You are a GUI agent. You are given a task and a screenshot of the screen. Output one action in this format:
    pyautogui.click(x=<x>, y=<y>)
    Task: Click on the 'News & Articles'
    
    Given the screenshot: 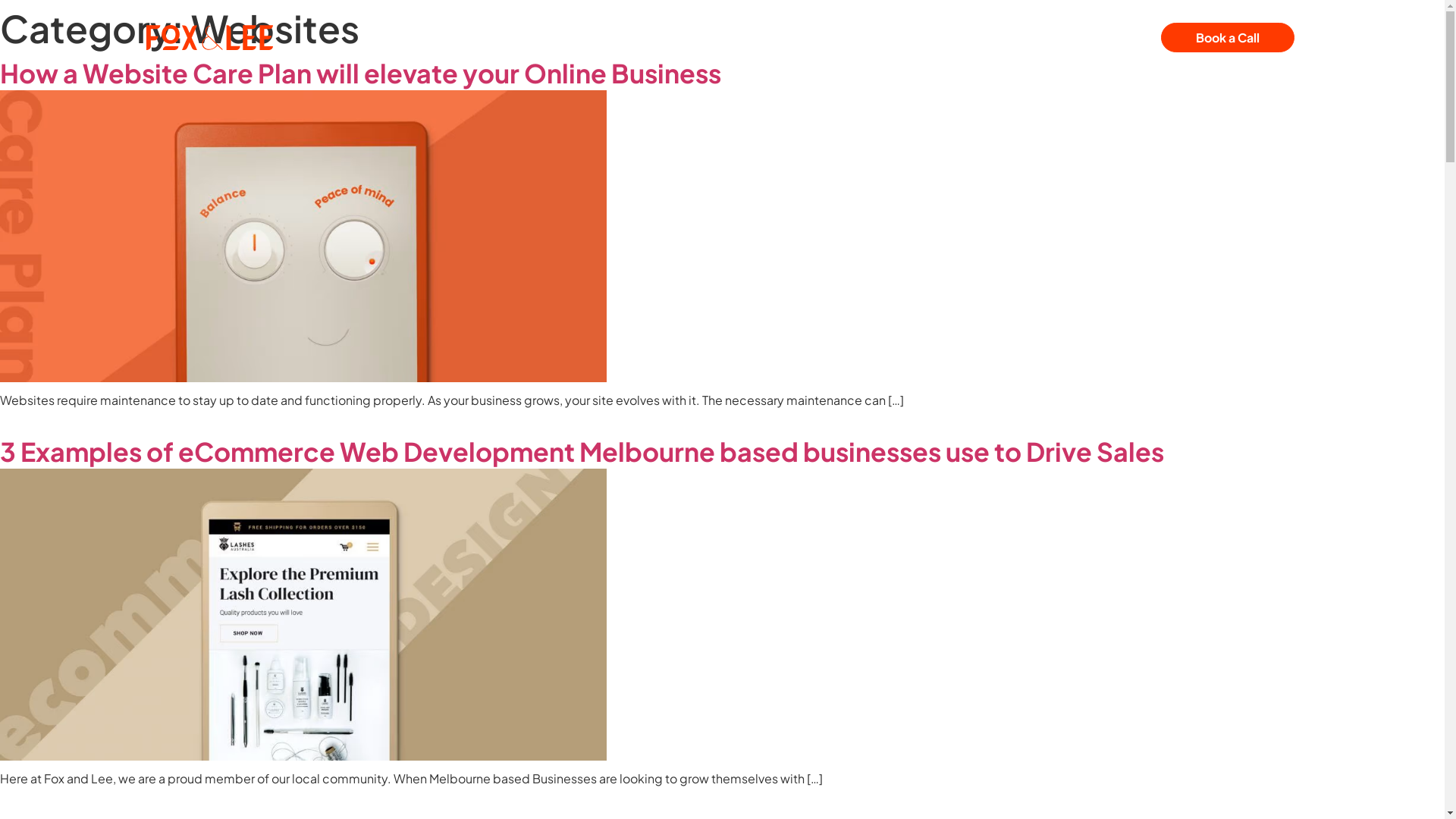 What is the action you would take?
    pyautogui.click(x=818, y=36)
    